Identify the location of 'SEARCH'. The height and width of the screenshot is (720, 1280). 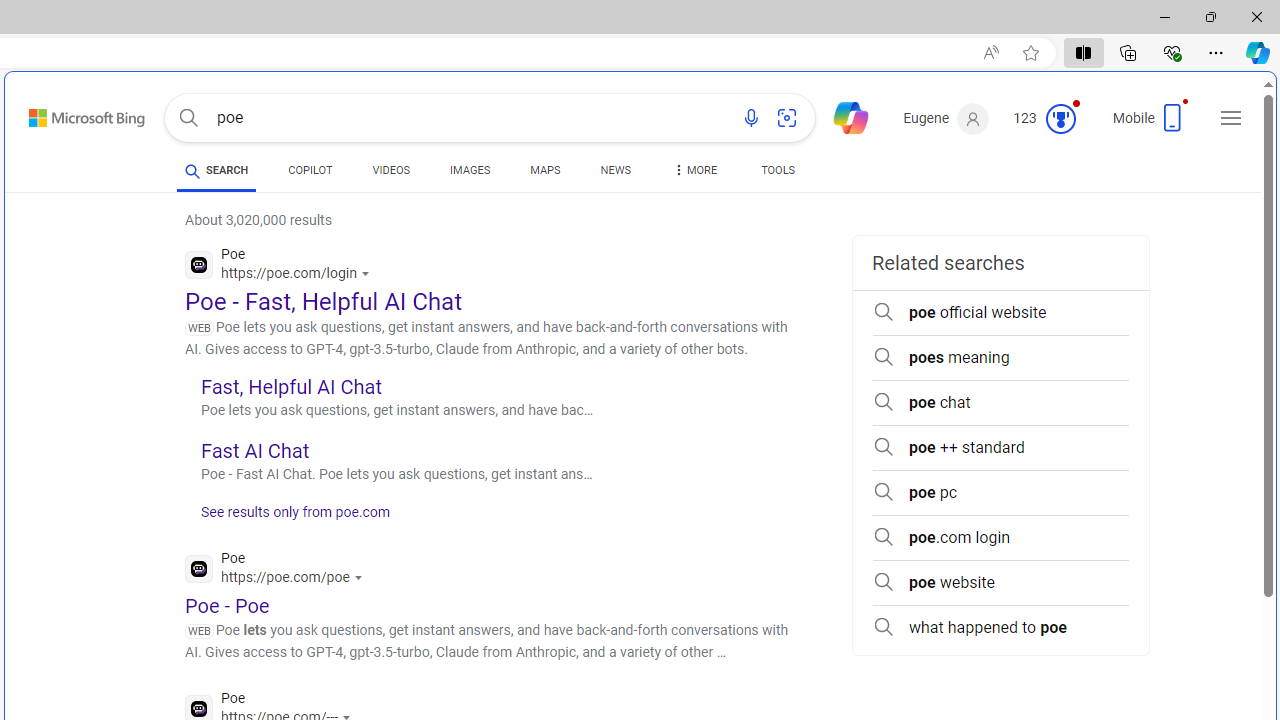
(216, 170).